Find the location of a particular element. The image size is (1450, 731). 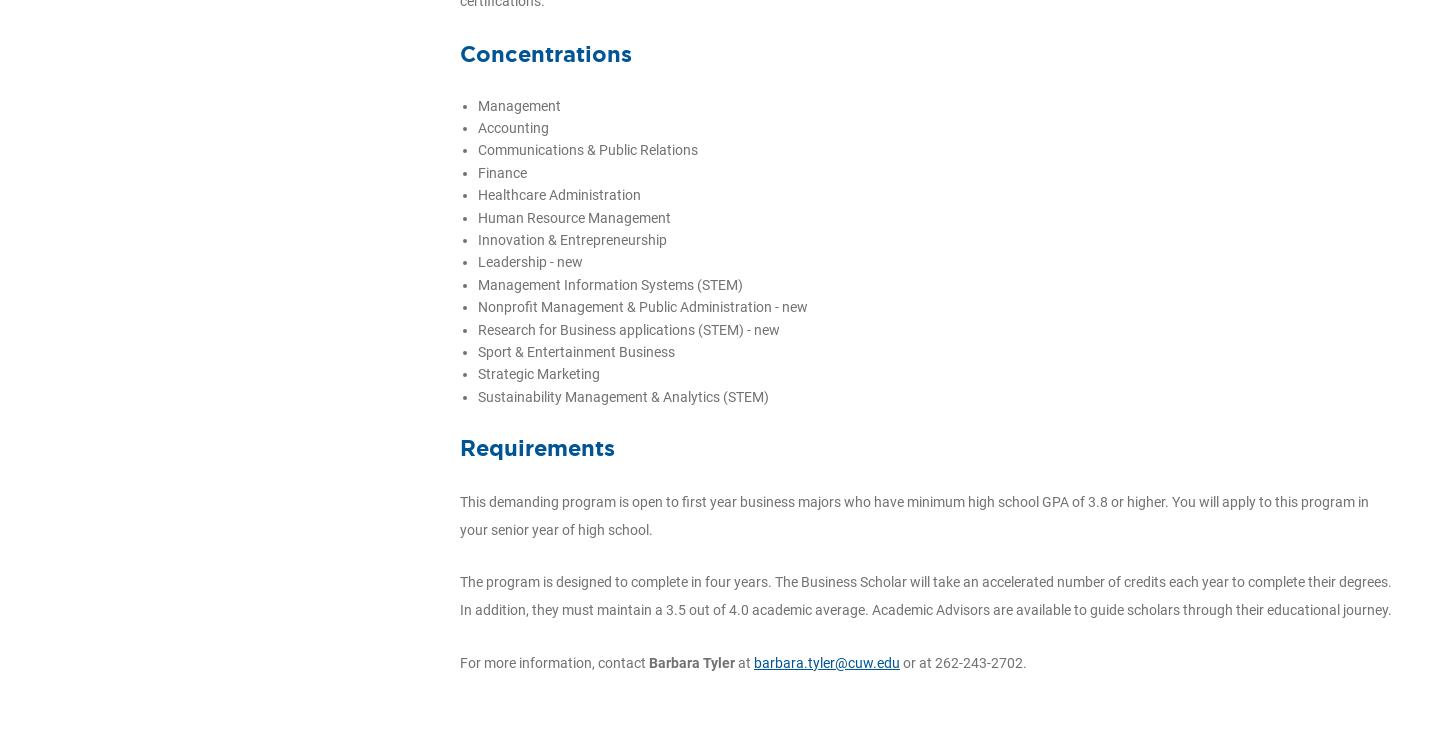

'For more information, contact' is located at coordinates (554, 661).